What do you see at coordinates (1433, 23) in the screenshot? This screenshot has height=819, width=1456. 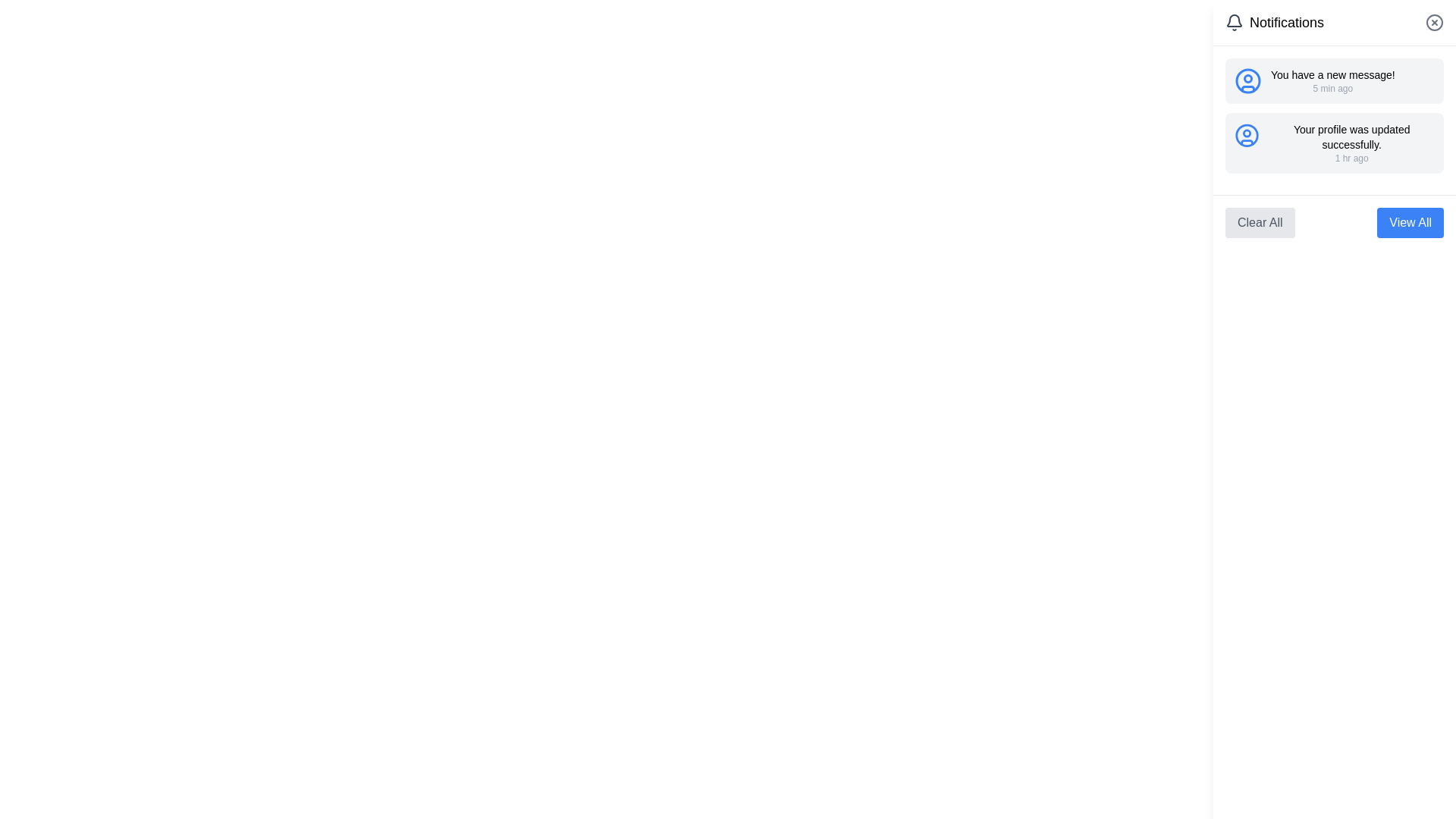 I see `the 'Close' button located on the top-right side of the notifications panel header` at bounding box center [1433, 23].